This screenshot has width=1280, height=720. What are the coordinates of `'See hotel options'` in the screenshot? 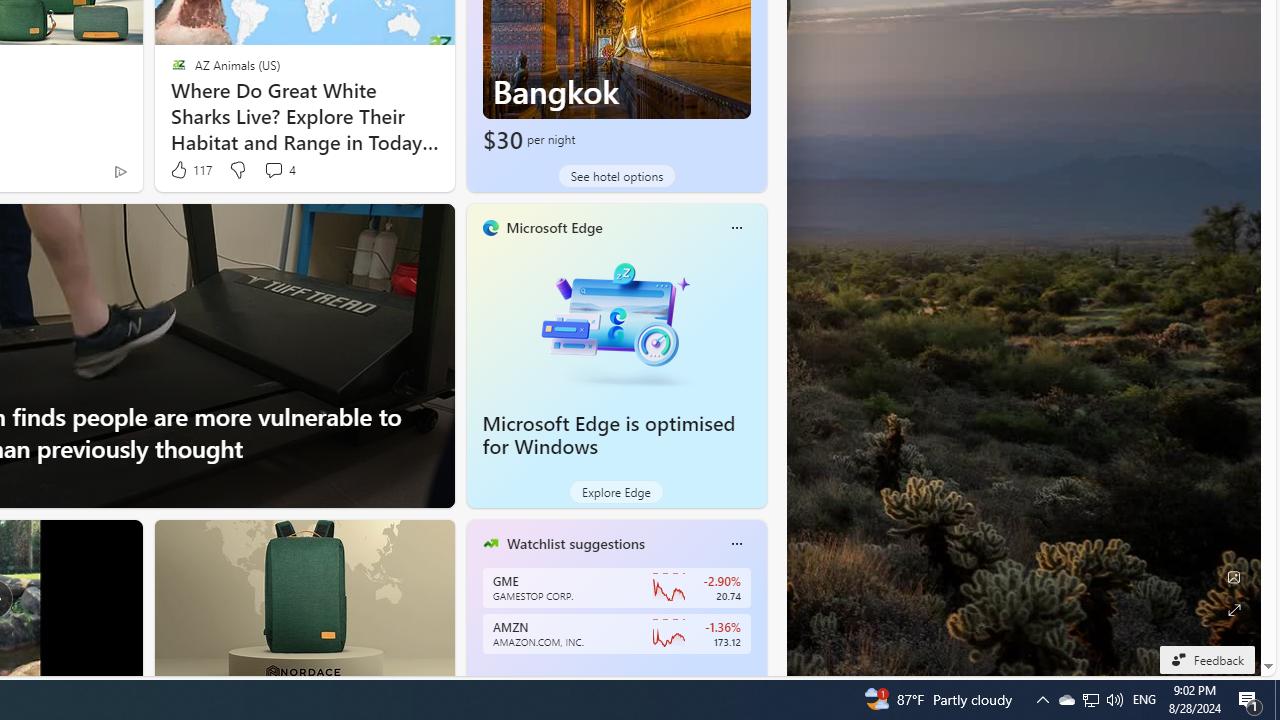 It's located at (615, 175).